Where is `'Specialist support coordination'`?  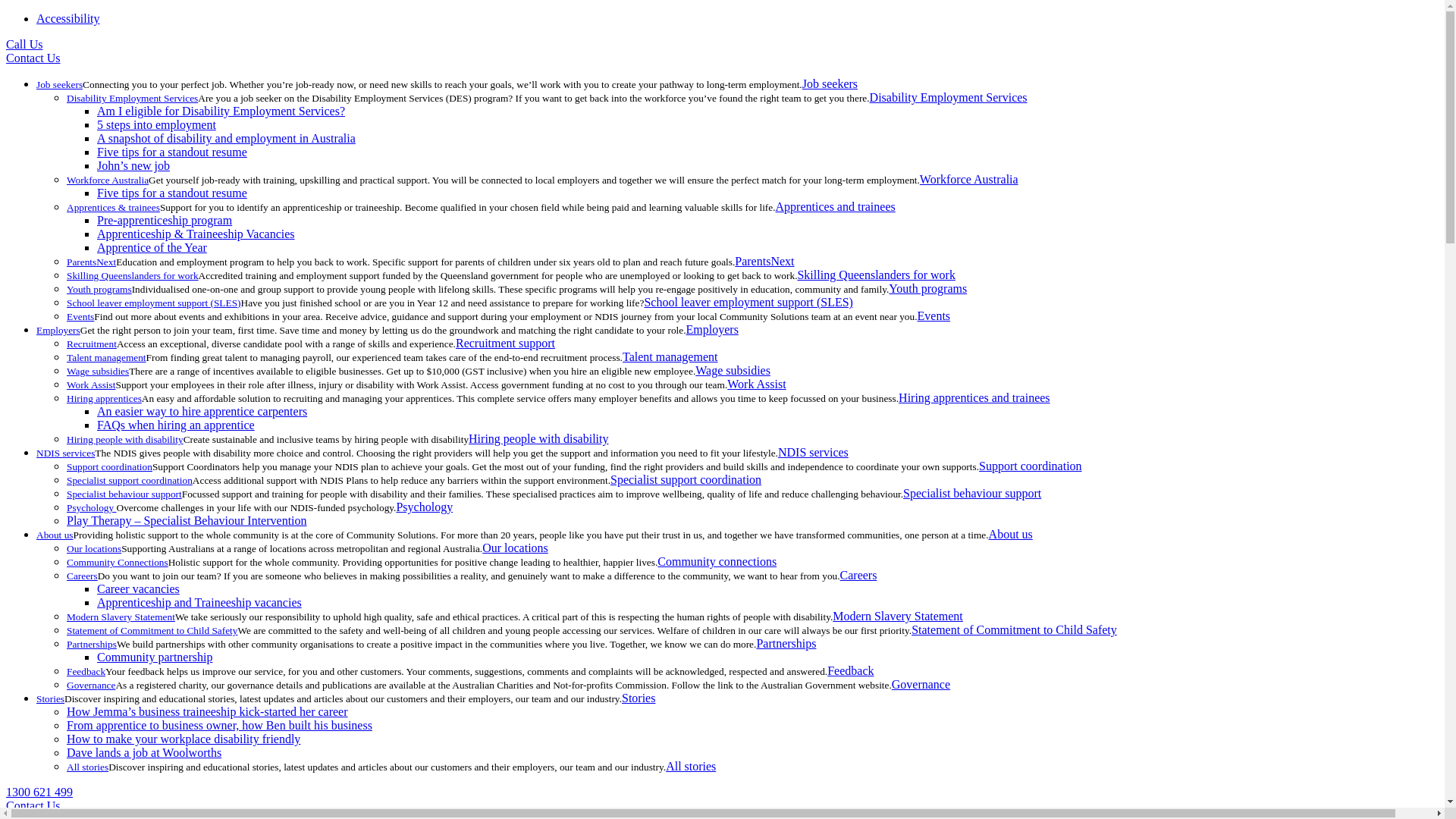
'Specialist support coordination' is located at coordinates (685, 479).